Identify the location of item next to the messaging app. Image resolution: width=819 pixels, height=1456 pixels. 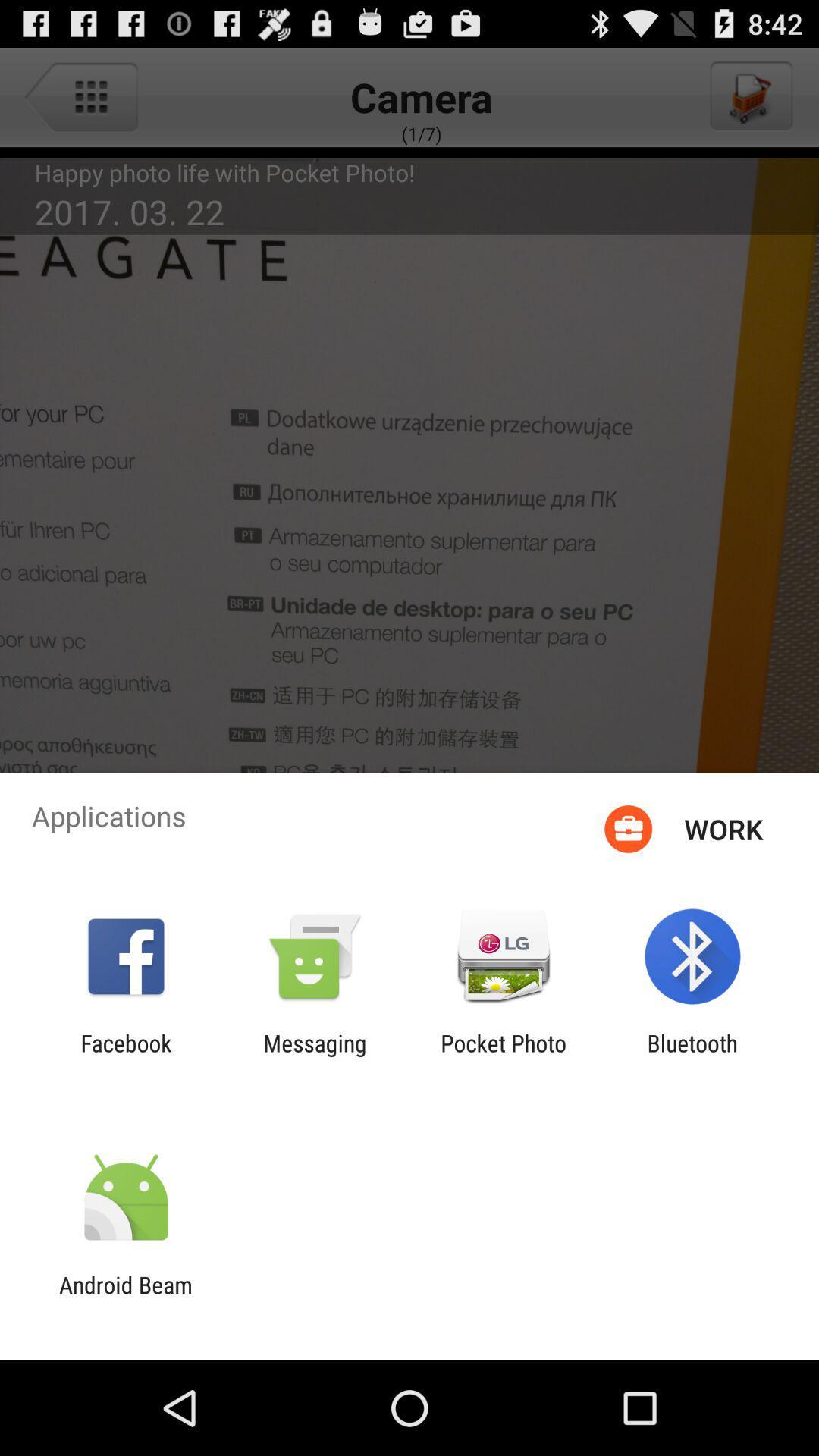
(504, 1056).